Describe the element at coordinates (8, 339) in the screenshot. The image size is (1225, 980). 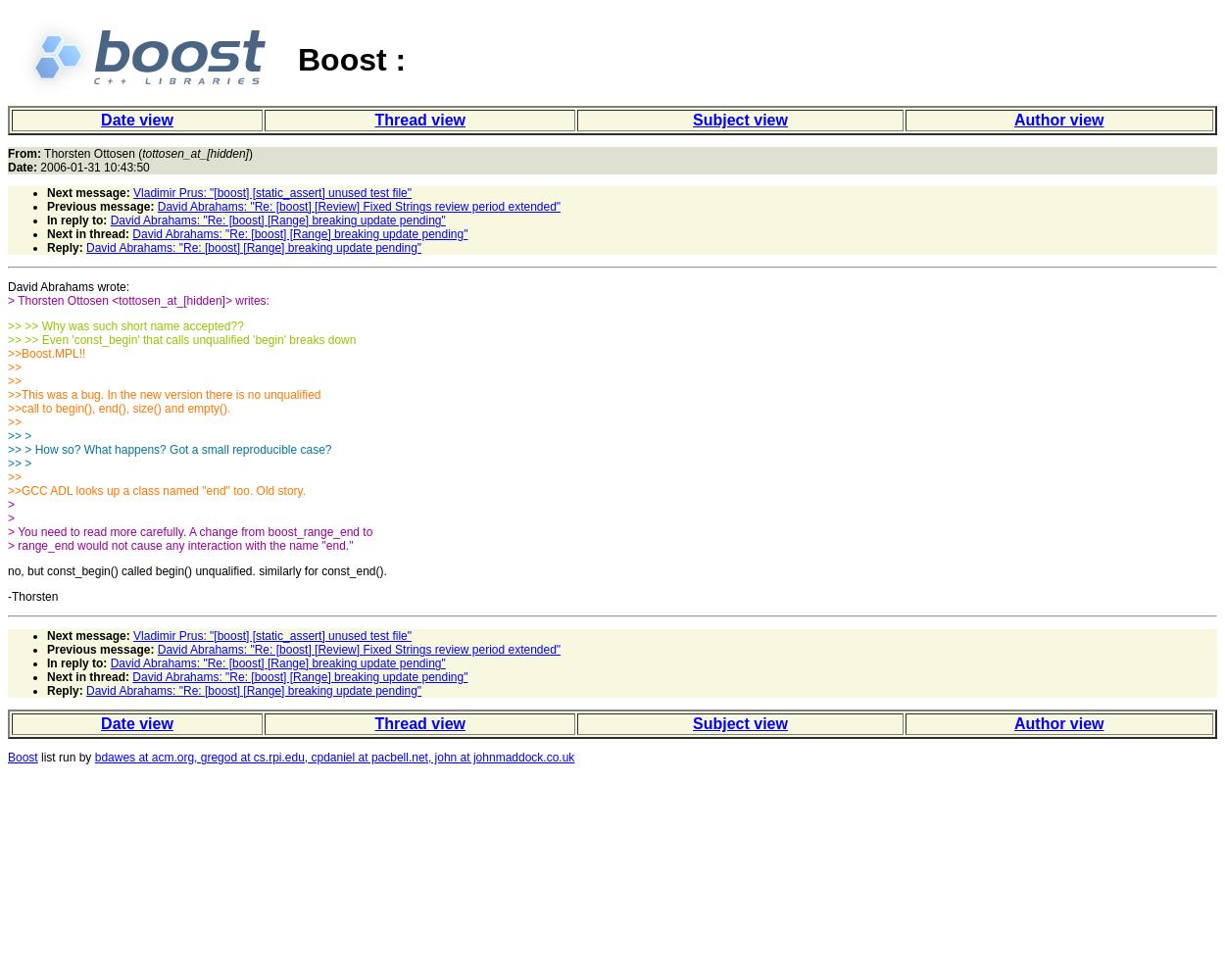
I see `'>> >> Even 'const_begin' that calls unqualified 'begin' breaks down'` at that location.